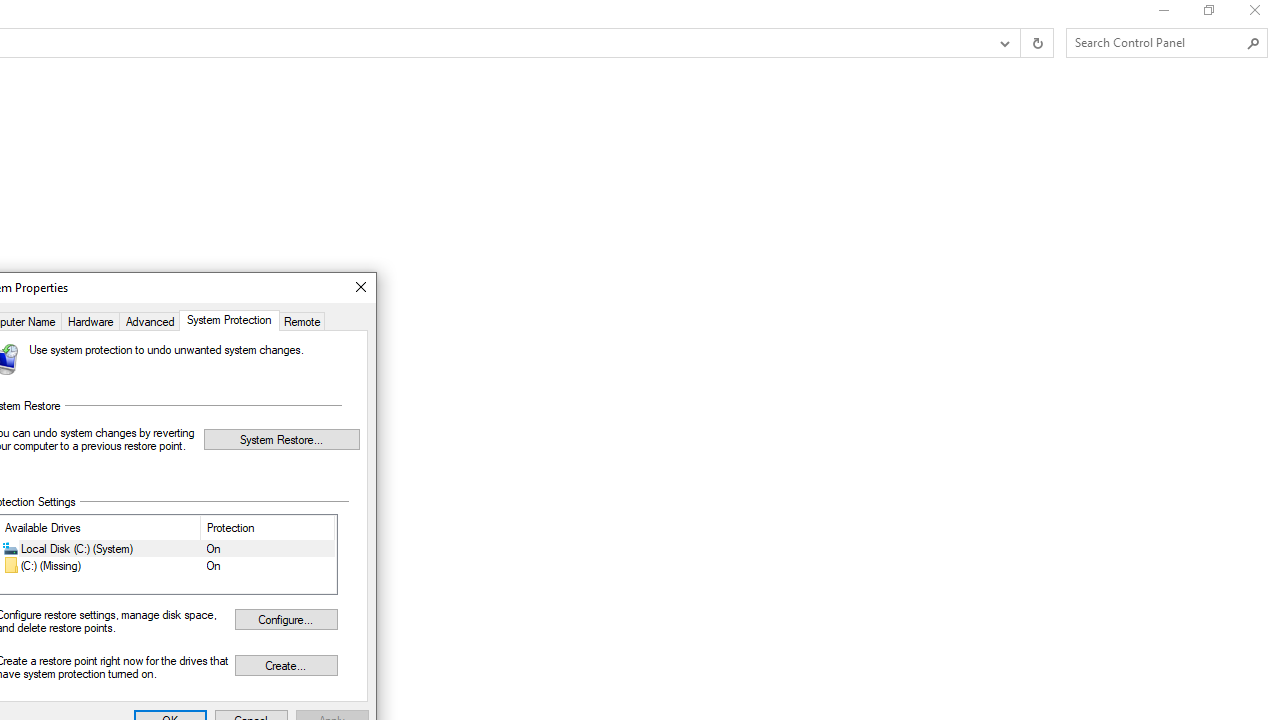  What do you see at coordinates (149, 319) in the screenshot?
I see `'Advanced'` at bounding box center [149, 319].